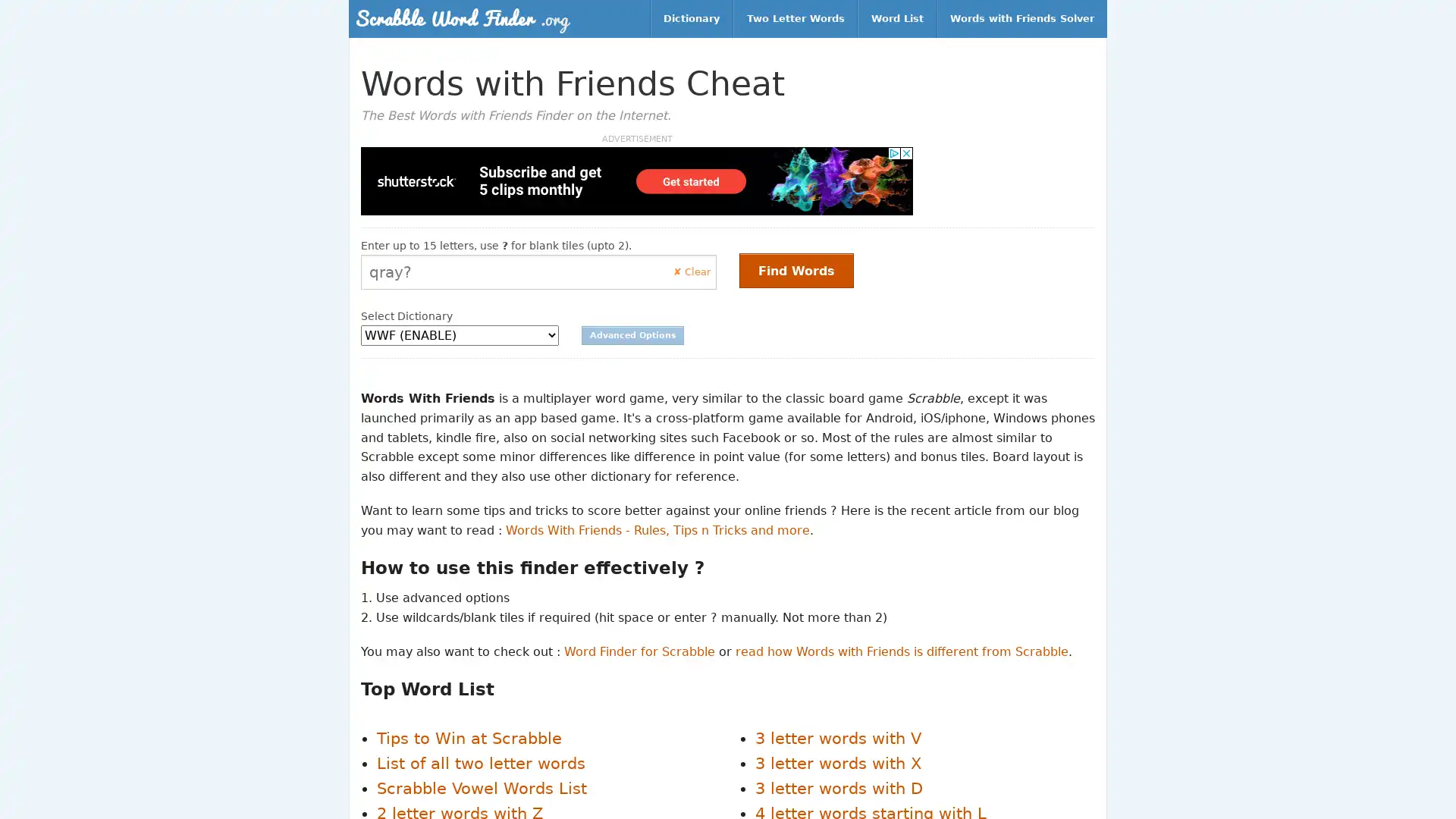  I want to click on Find Words, so click(795, 270).